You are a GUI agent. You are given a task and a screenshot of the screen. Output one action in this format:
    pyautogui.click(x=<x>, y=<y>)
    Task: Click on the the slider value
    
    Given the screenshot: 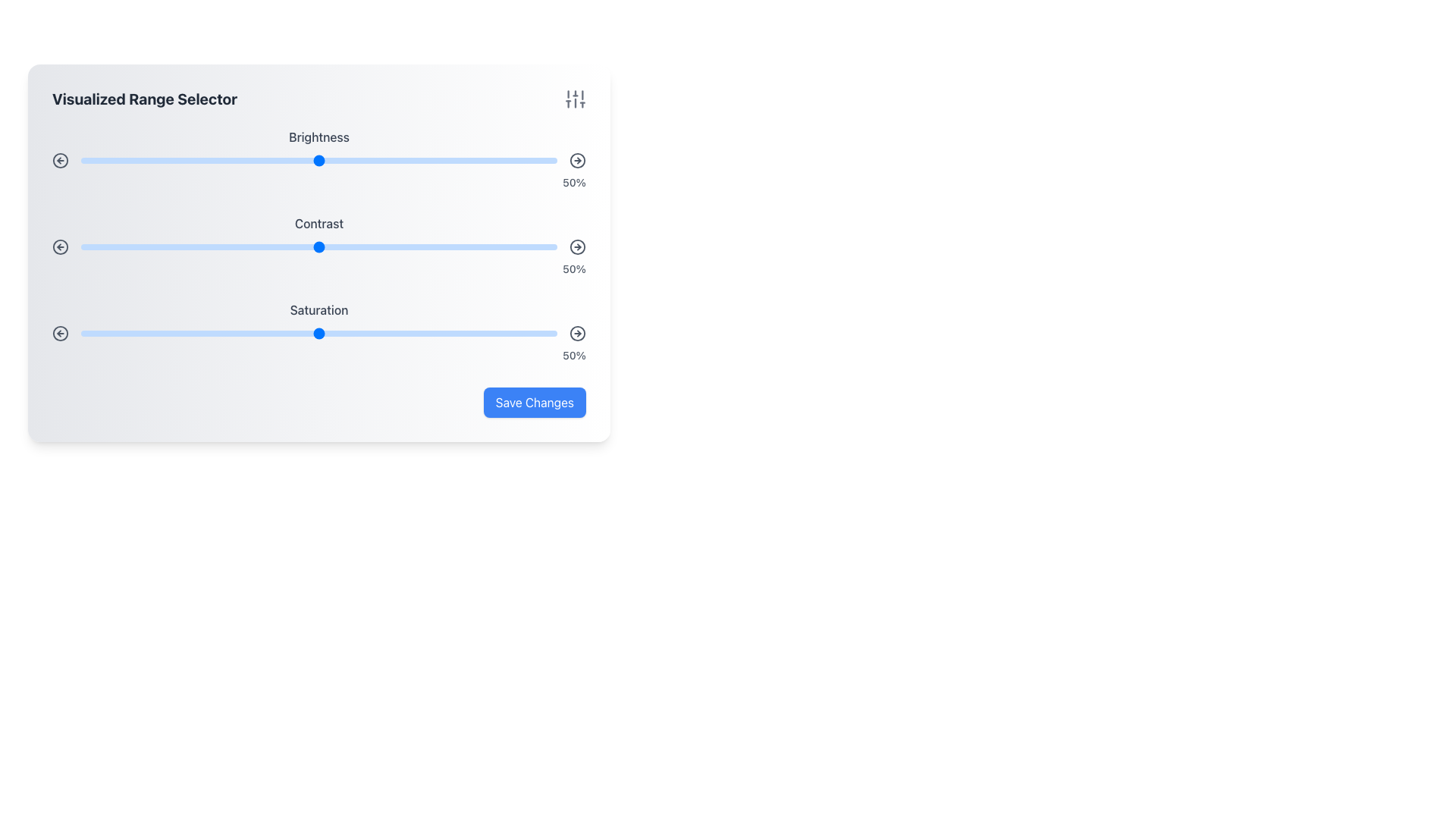 What is the action you would take?
    pyautogui.click(x=99, y=332)
    